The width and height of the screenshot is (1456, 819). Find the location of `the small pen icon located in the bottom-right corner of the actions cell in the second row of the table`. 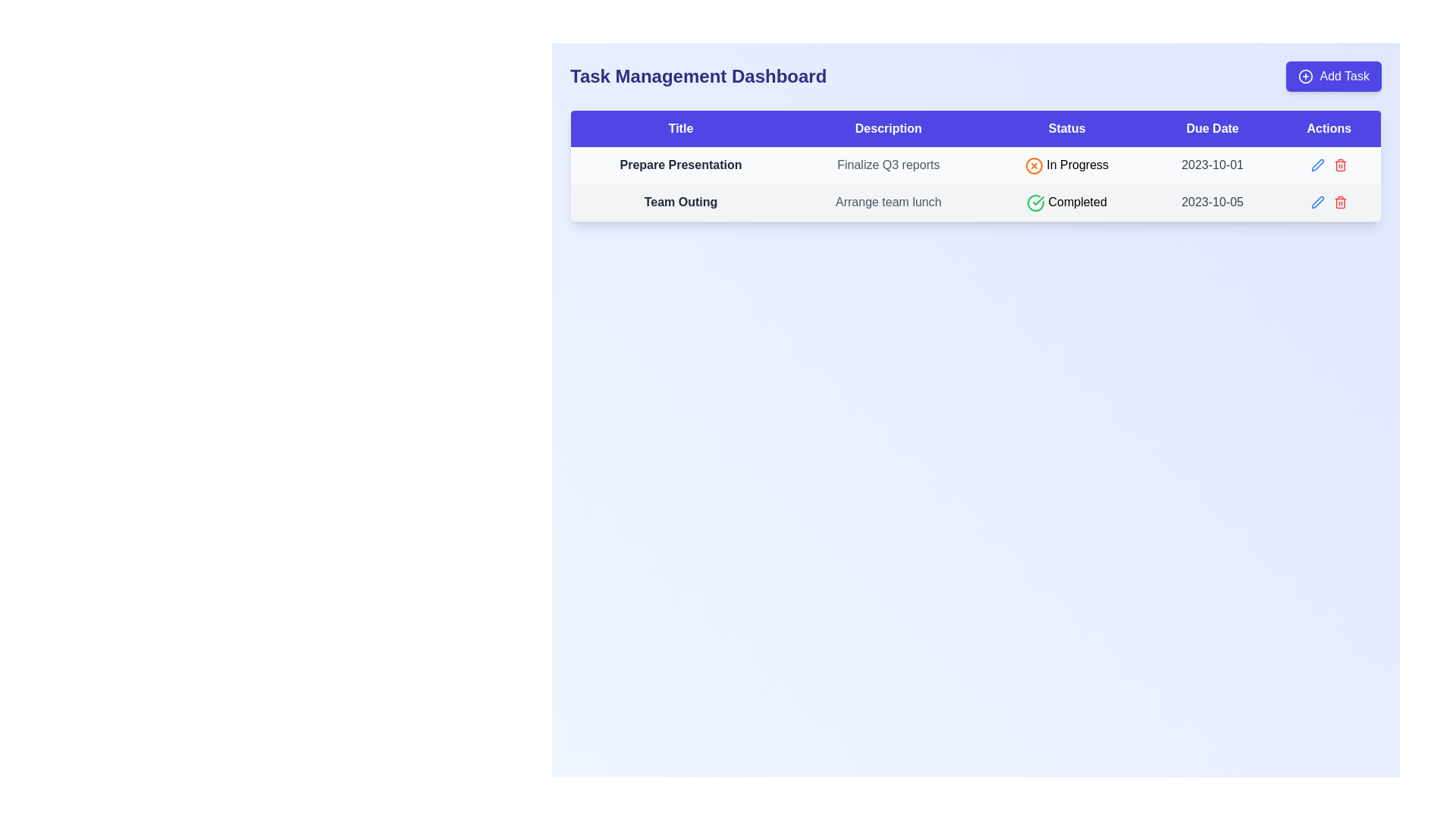

the small pen icon located in the bottom-right corner of the actions cell in the second row of the table is located at coordinates (1316, 165).